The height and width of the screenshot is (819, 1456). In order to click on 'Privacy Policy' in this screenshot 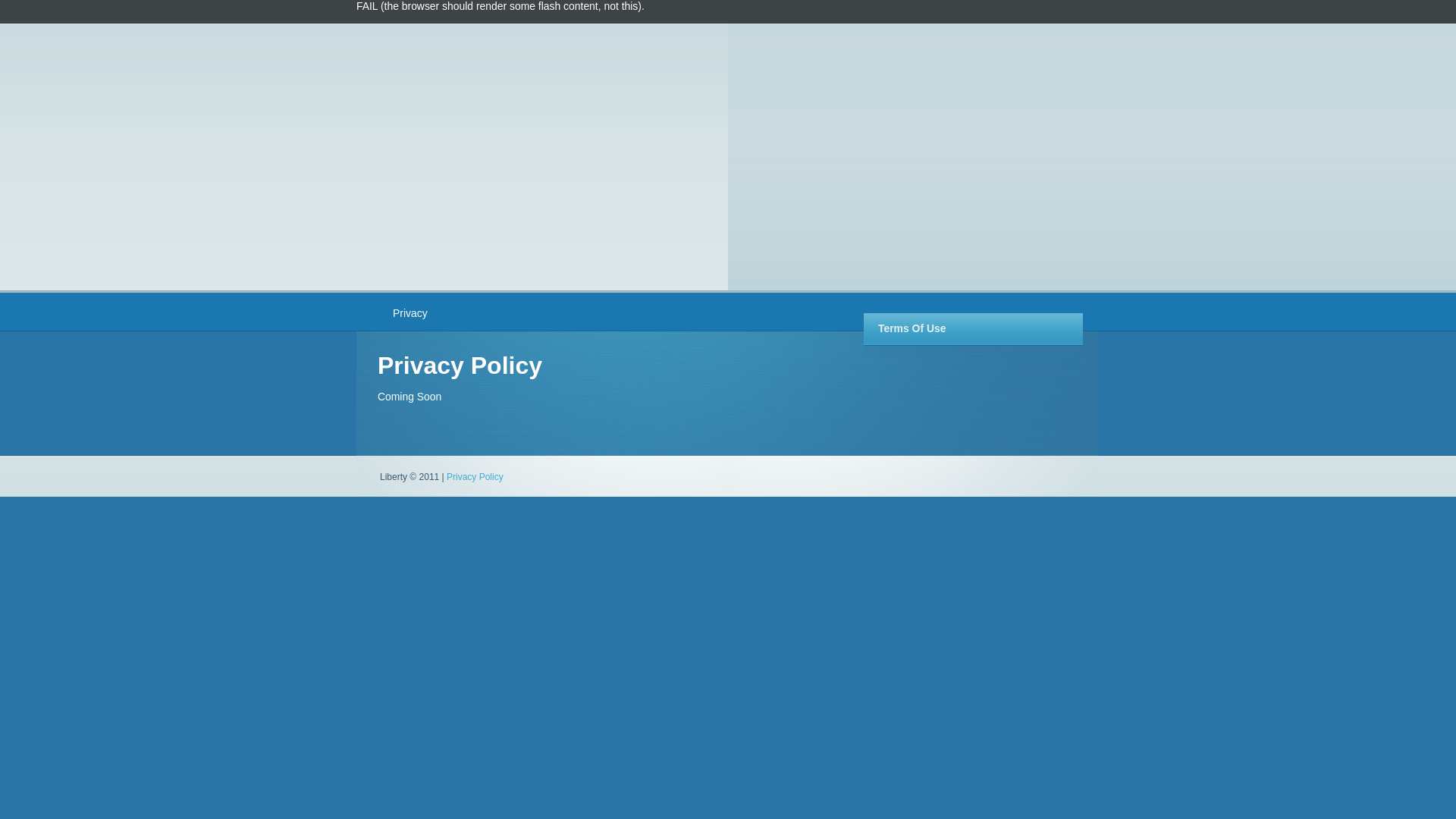, I will do `click(474, 475)`.